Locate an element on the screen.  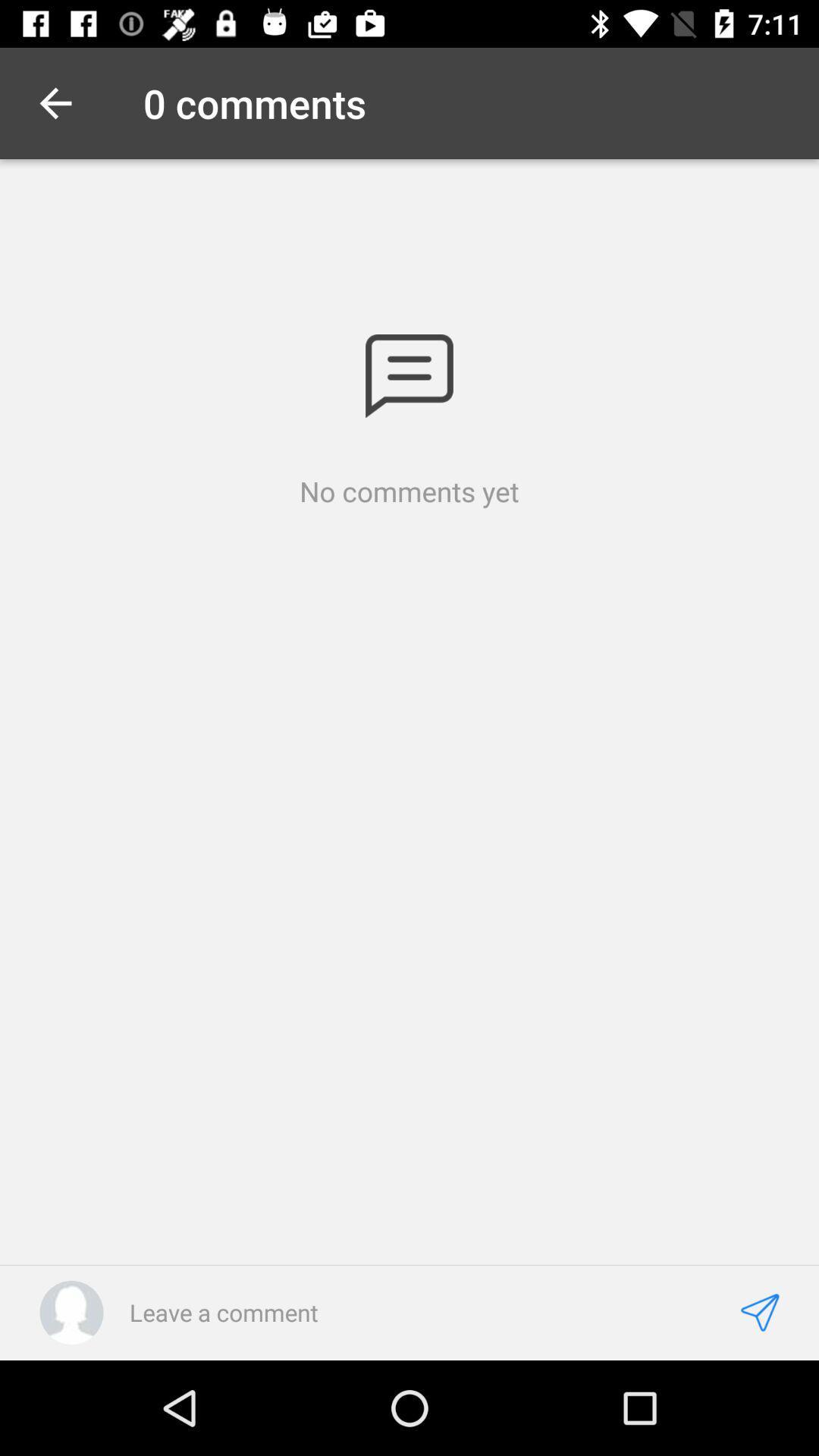
item next to 0 comments icon is located at coordinates (55, 102).